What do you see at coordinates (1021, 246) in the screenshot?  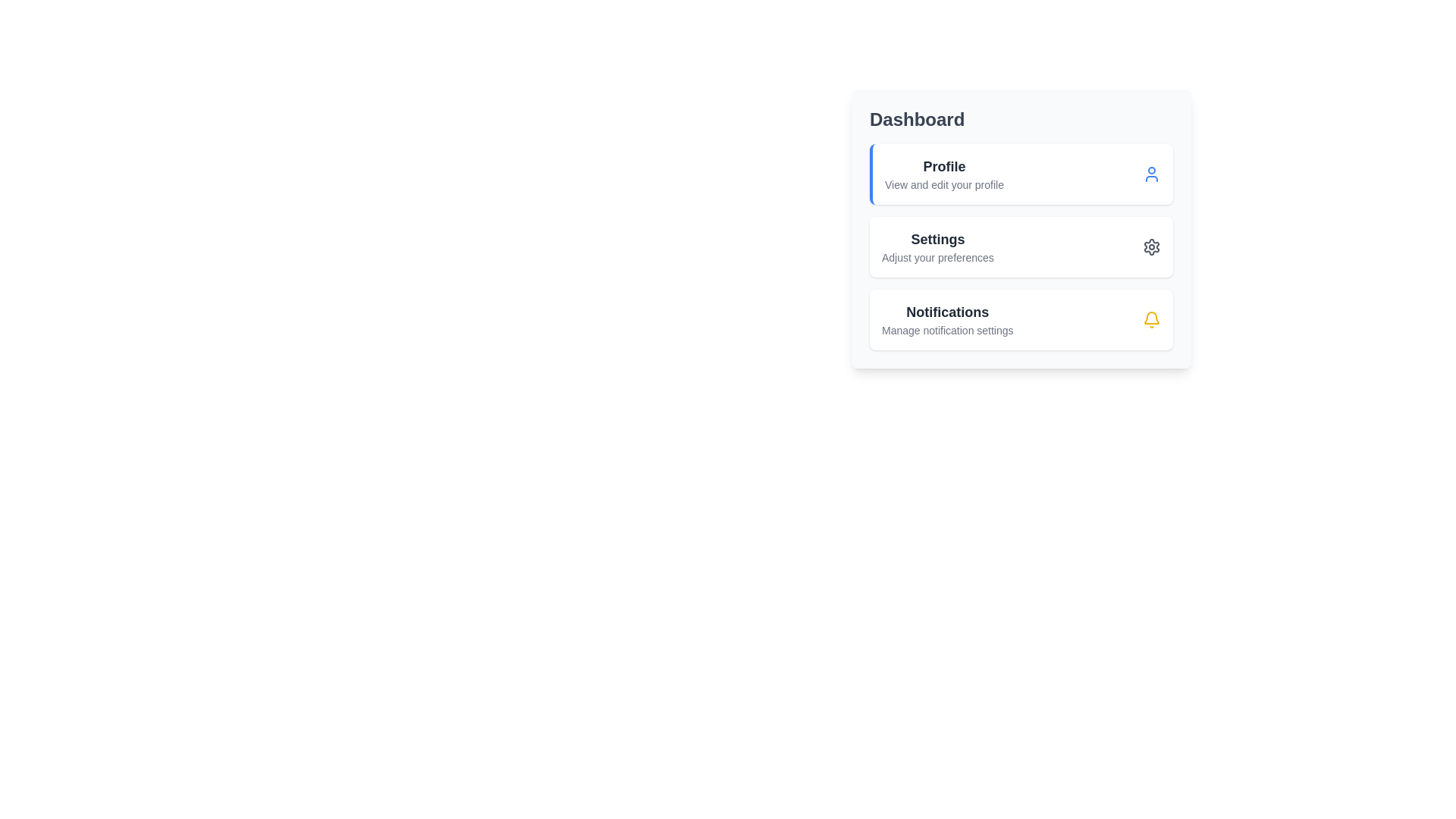 I see `the Interactive section located in the 'Dashboard' below 'Profile' and above 'Notifications'` at bounding box center [1021, 246].